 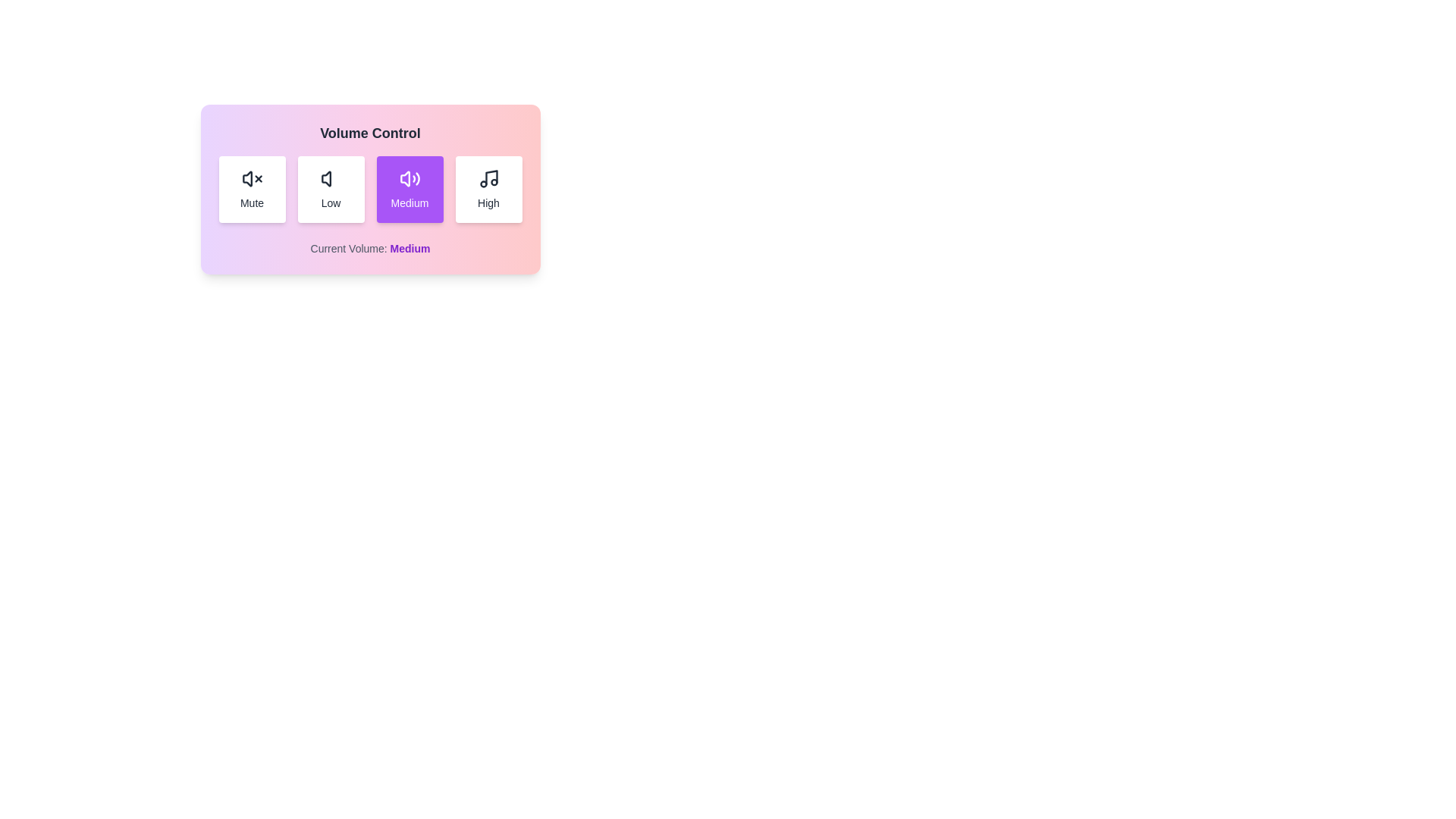 I want to click on the low button to observe the hover effect, so click(x=330, y=189).